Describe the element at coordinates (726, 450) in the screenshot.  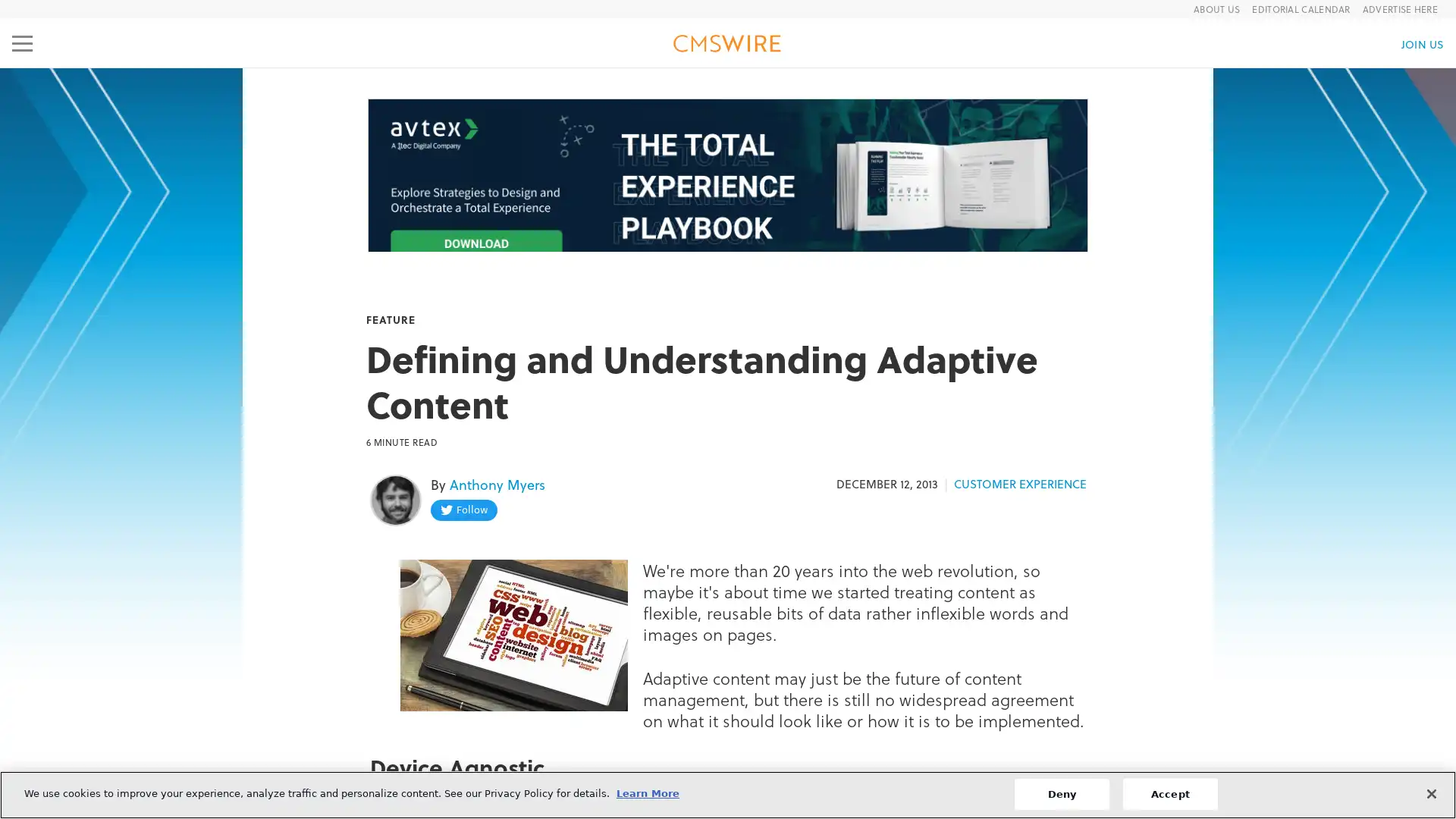
I see `Join the Community` at that location.